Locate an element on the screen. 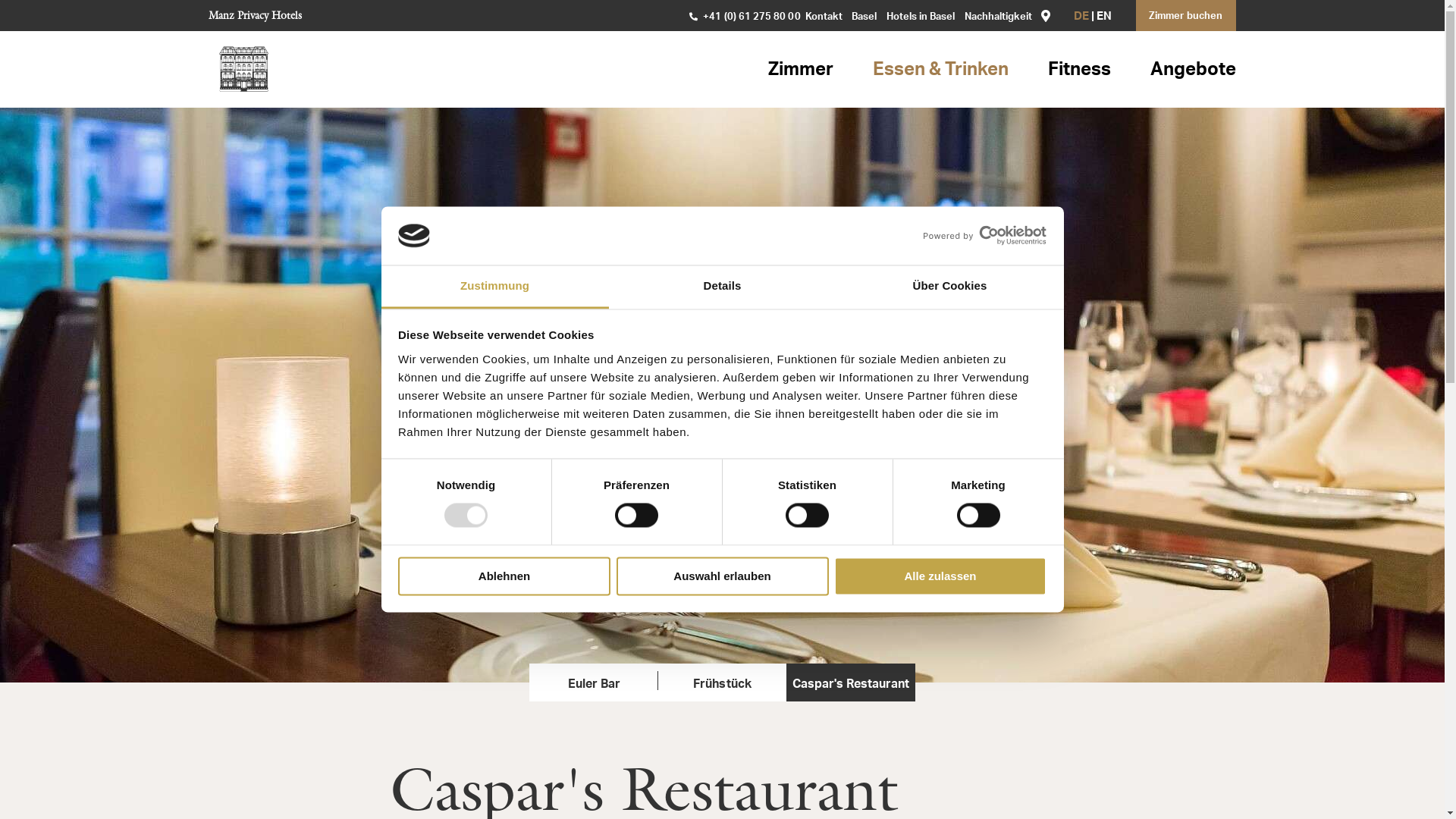 This screenshot has width=1456, height=819. 'Auswahl erlauben' is located at coordinates (615, 576).